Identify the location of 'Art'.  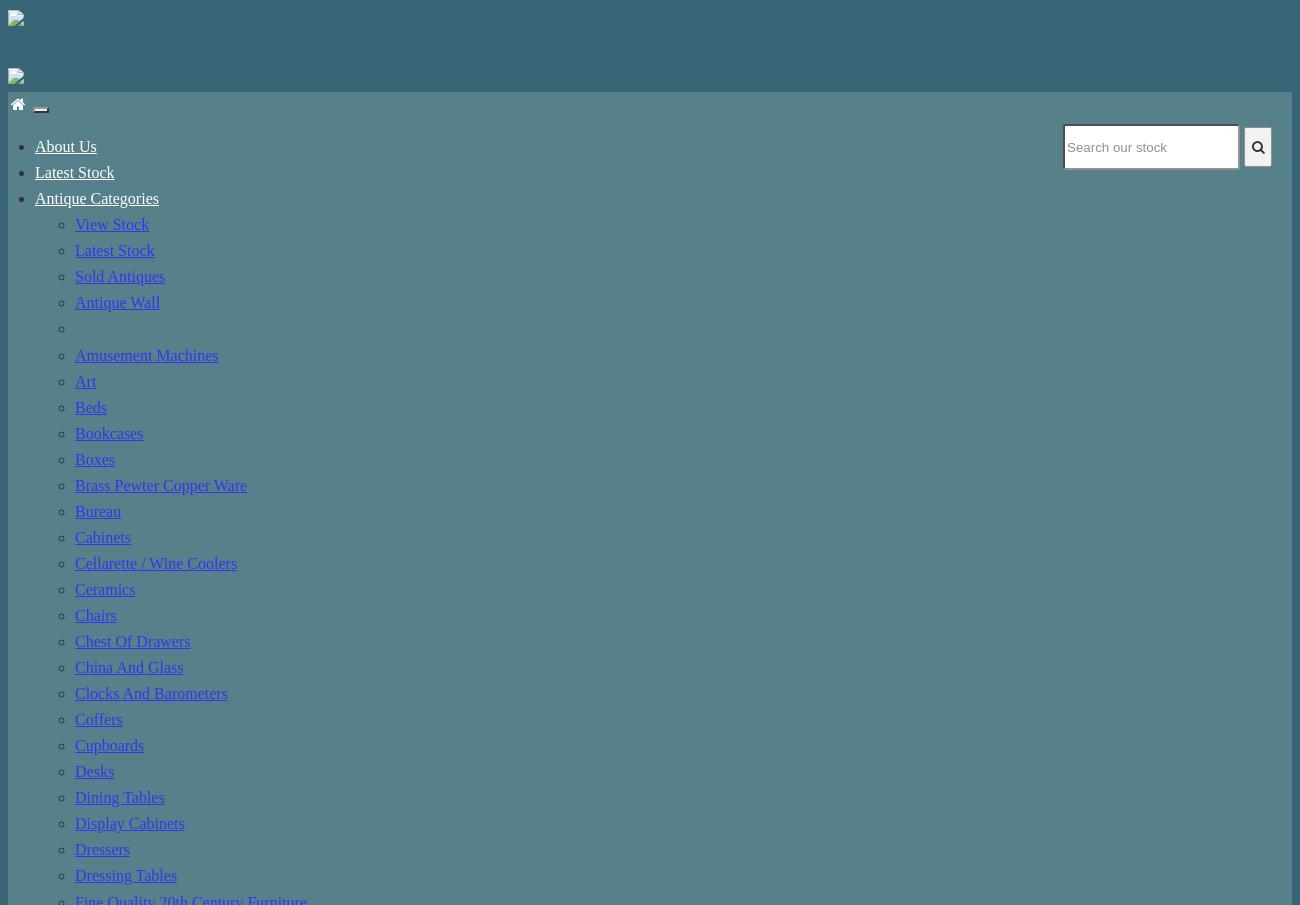
(75, 380).